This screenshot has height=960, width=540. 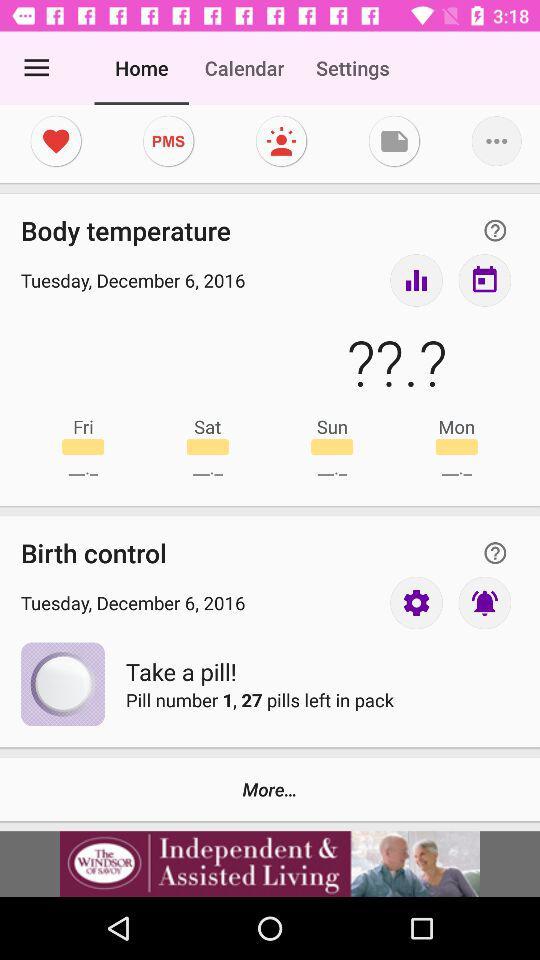 What do you see at coordinates (167, 140) in the screenshot?
I see `pms button` at bounding box center [167, 140].